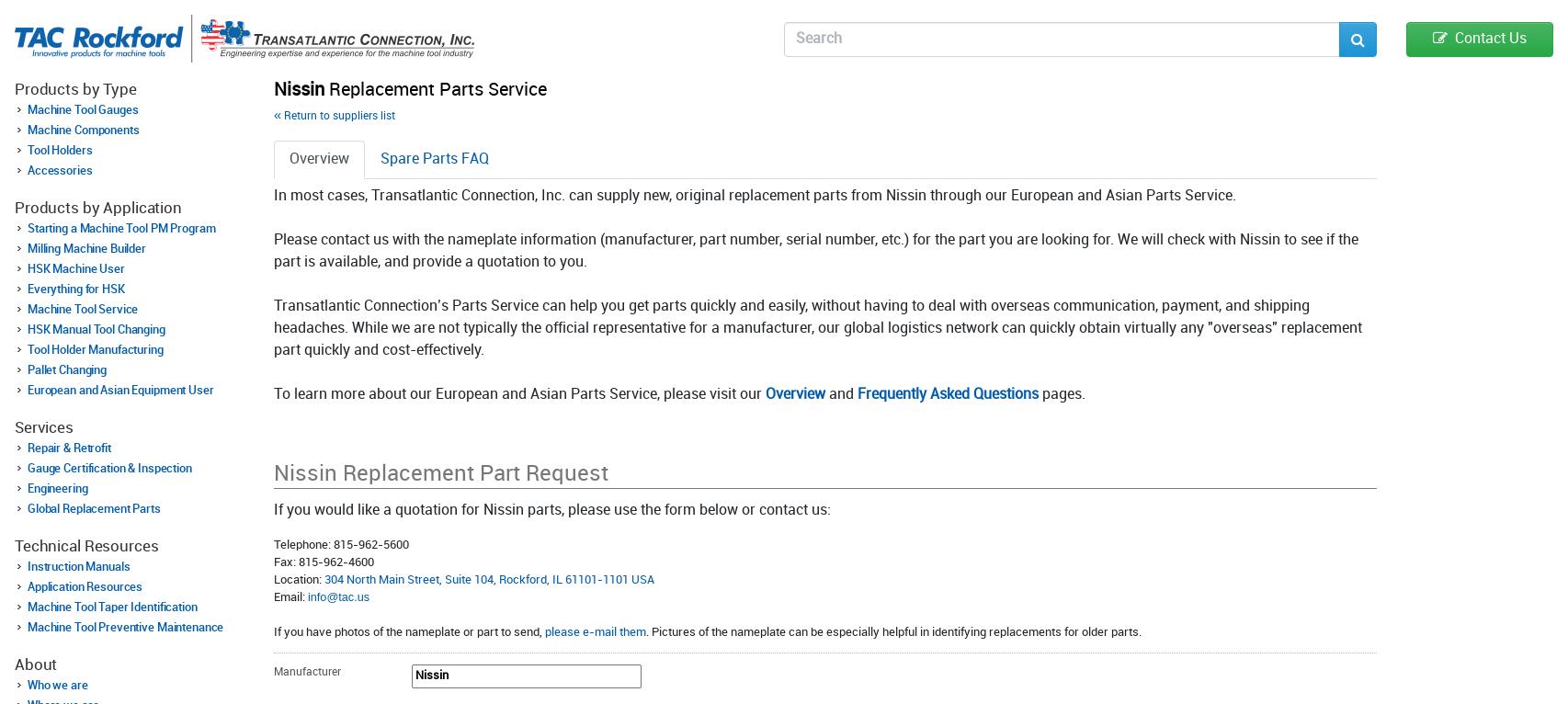 Image resolution: width=1568 pixels, height=704 pixels. What do you see at coordinates (818, 328) in the screenshot?
I see `'Transatlantic Connection’s Parts Service can help you get parts quickly and easily, 
		  without having to deal with overseas communication, payment, and shipping headaches. 
		  While we are not typically the official representative for a manufacturer, 
		  our global logistics network can quickly obtain virtually any "overseas" 
		  replacement part quickly and cost-effectively.'` at bounding box center [818, 328].